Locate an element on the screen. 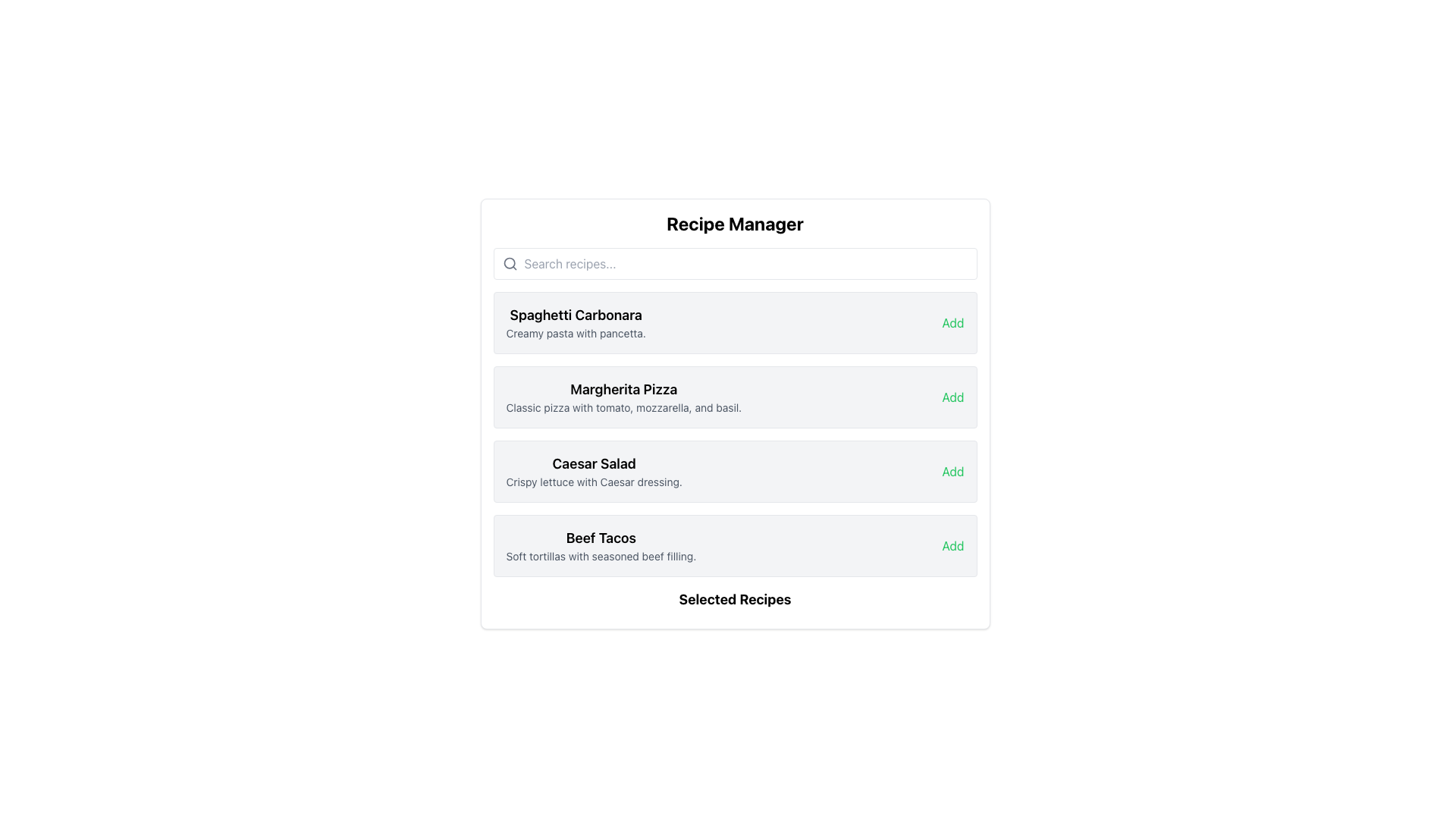  the 'Add' button for the dish 'Spaghetti Carbonara' is located at coordinates (952, 322).